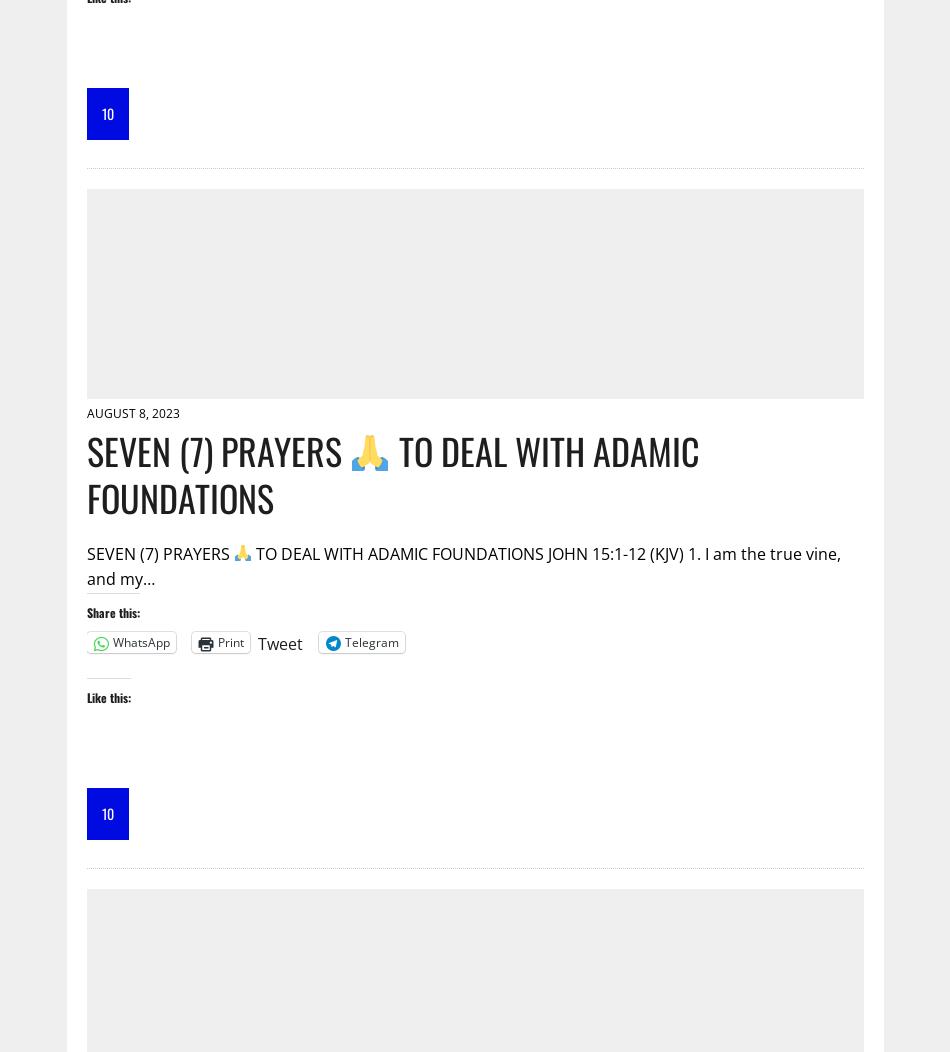  I want to click on 'Share this:', so click(85, 610).